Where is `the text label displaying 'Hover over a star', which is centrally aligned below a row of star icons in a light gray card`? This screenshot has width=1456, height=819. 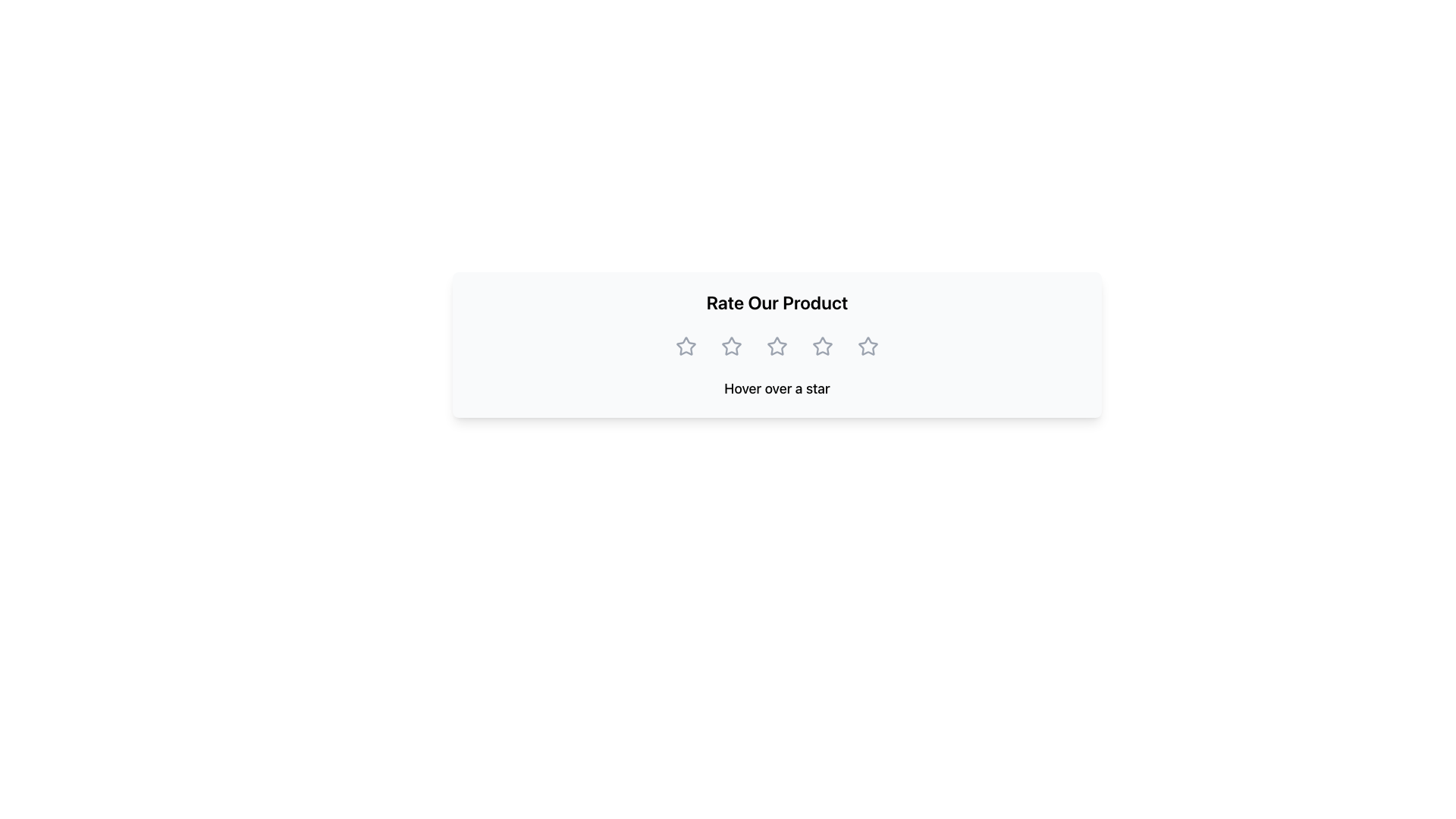
the text label displaying 'Hover over a star', which is centrally aligned below a row of star icons in a light gray card is located at coordinates (777, 388).